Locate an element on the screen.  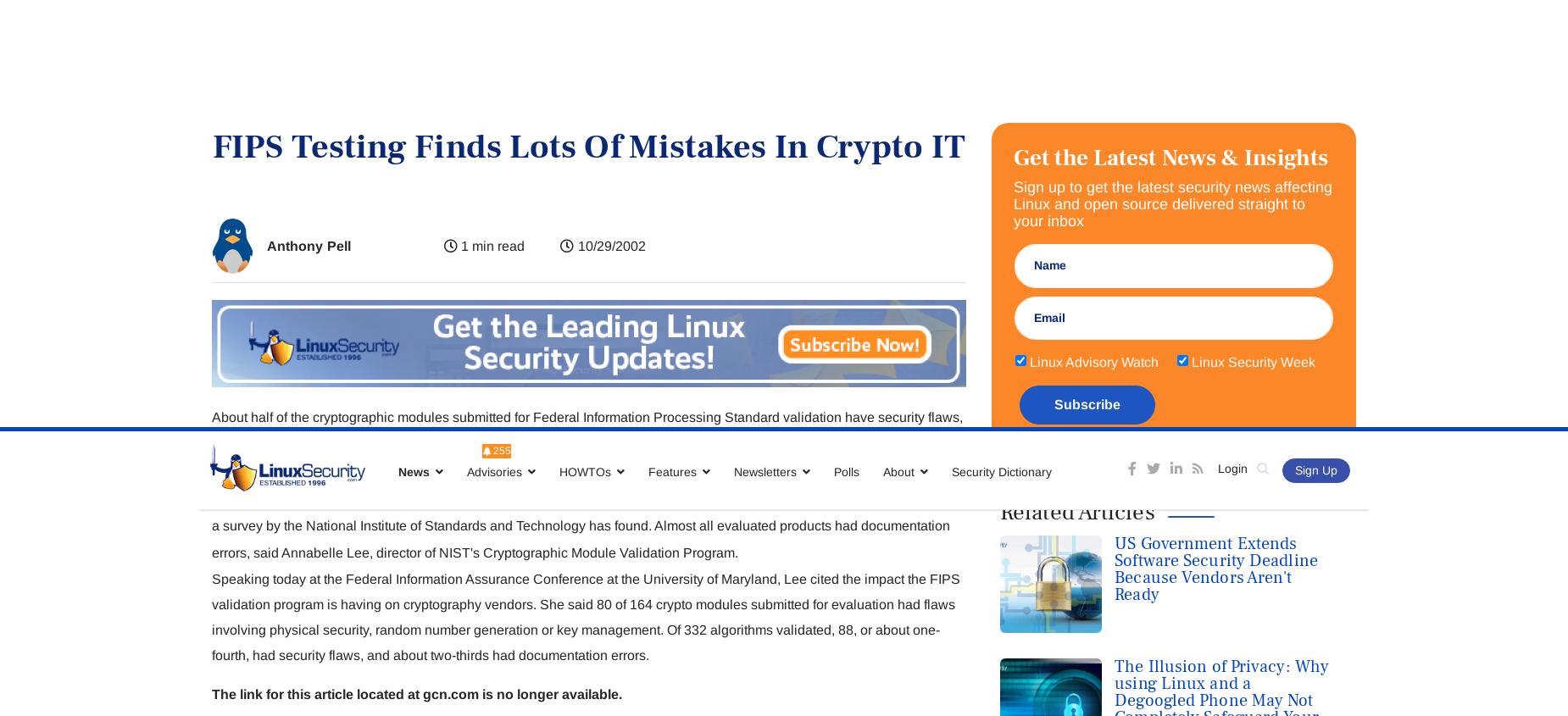
'Security Dictionary' is located at coordinates (1000, 43).